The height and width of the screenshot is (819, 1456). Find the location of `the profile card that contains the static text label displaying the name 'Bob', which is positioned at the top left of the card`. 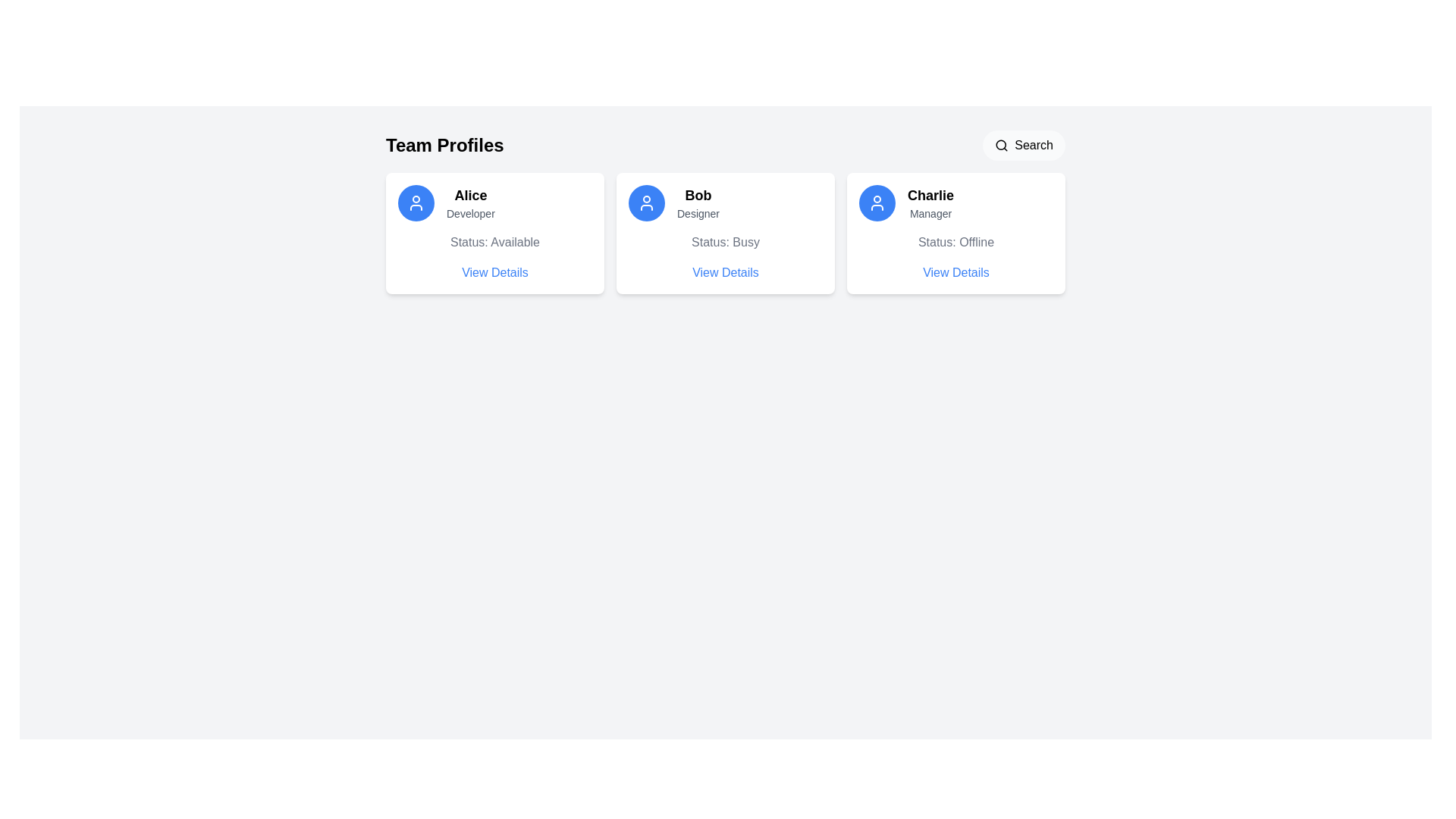

the profile card that contains the static text label displaying the name 'Bob', which is positioned at the top left of the card is located at coordinates (698, 195).